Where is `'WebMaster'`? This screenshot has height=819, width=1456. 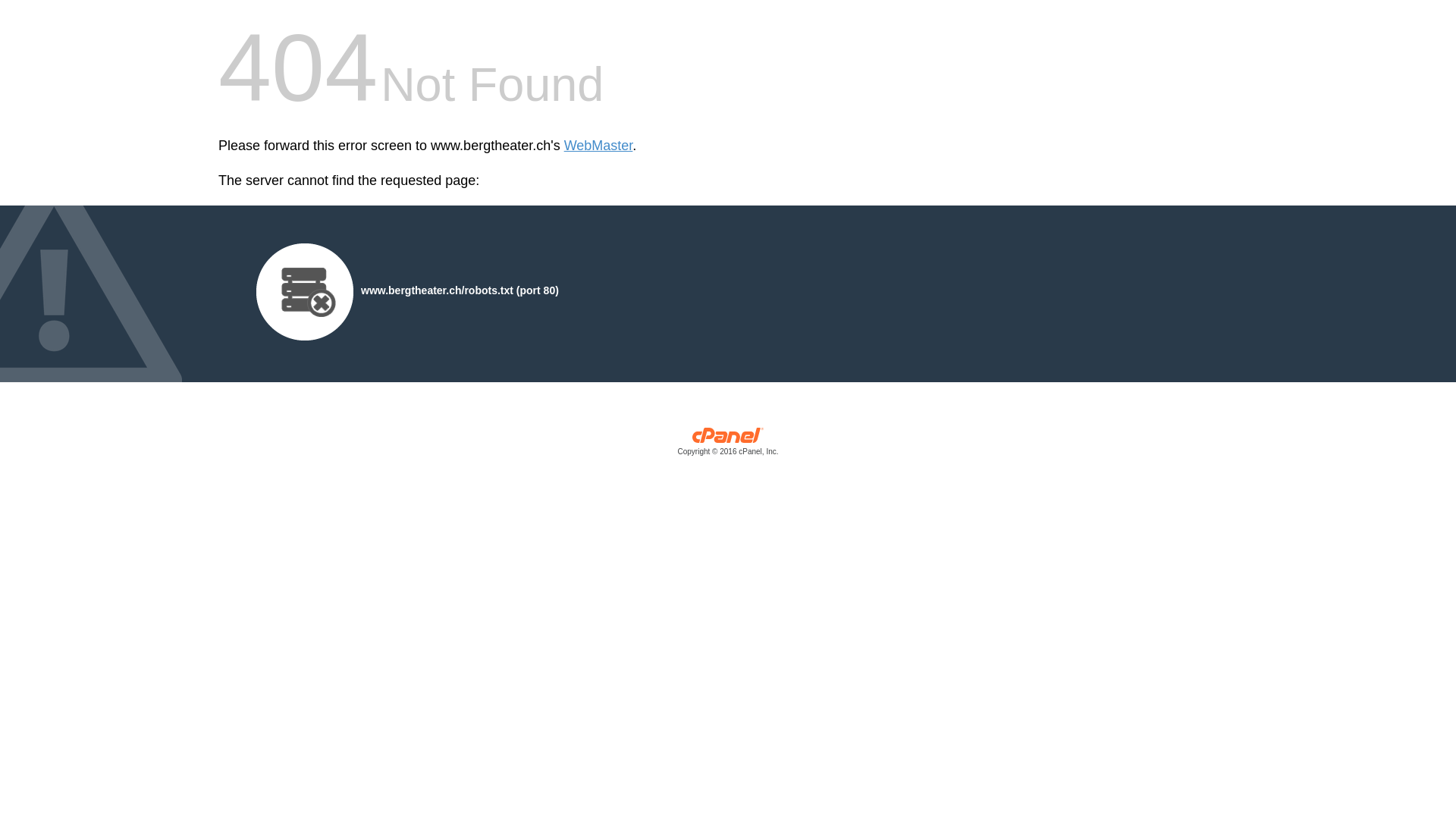
'WebMaster' is located at coordinates (598, 146).